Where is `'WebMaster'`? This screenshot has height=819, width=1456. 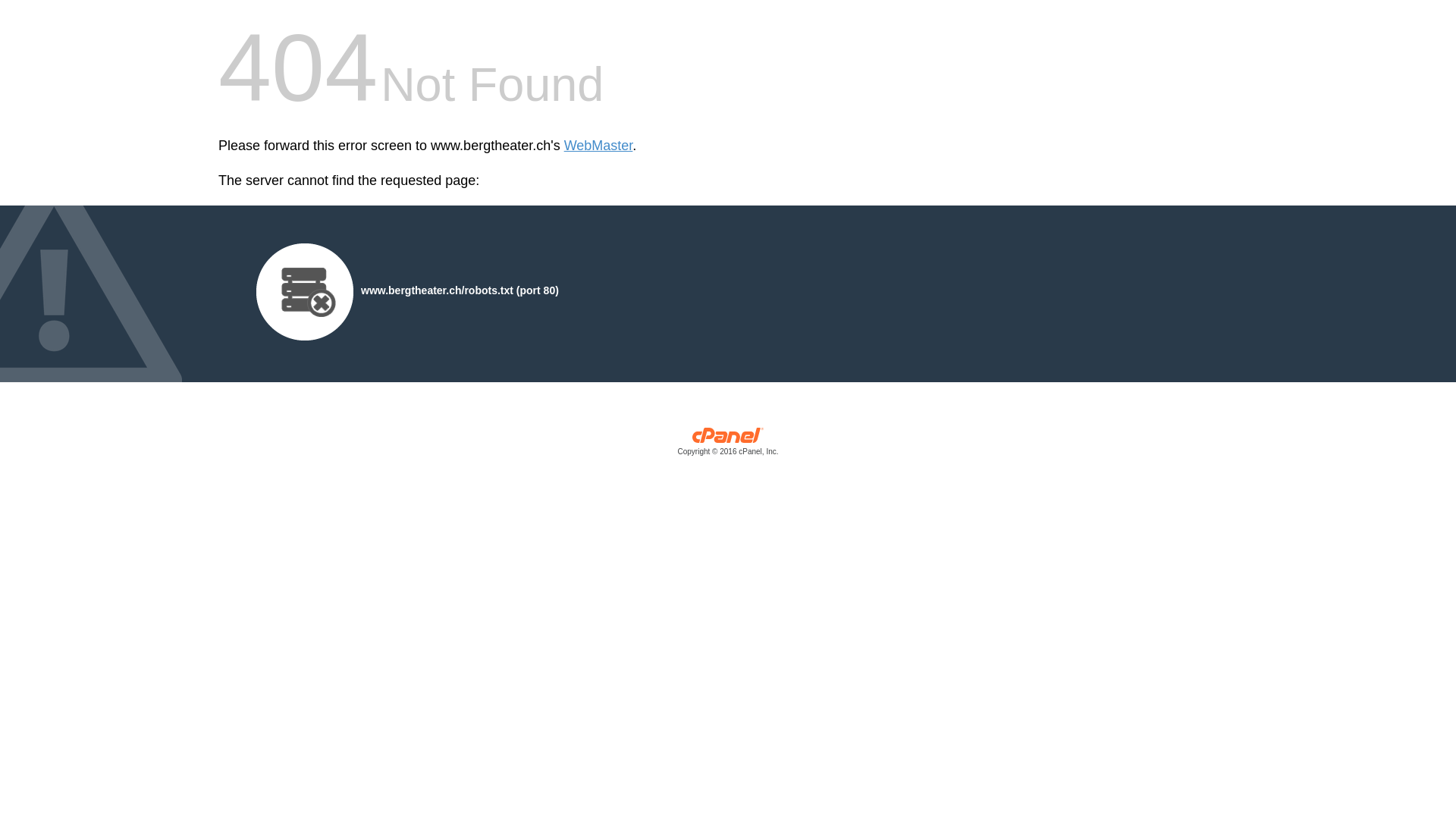
'WebMaster' is located at coordinates (598, 146).